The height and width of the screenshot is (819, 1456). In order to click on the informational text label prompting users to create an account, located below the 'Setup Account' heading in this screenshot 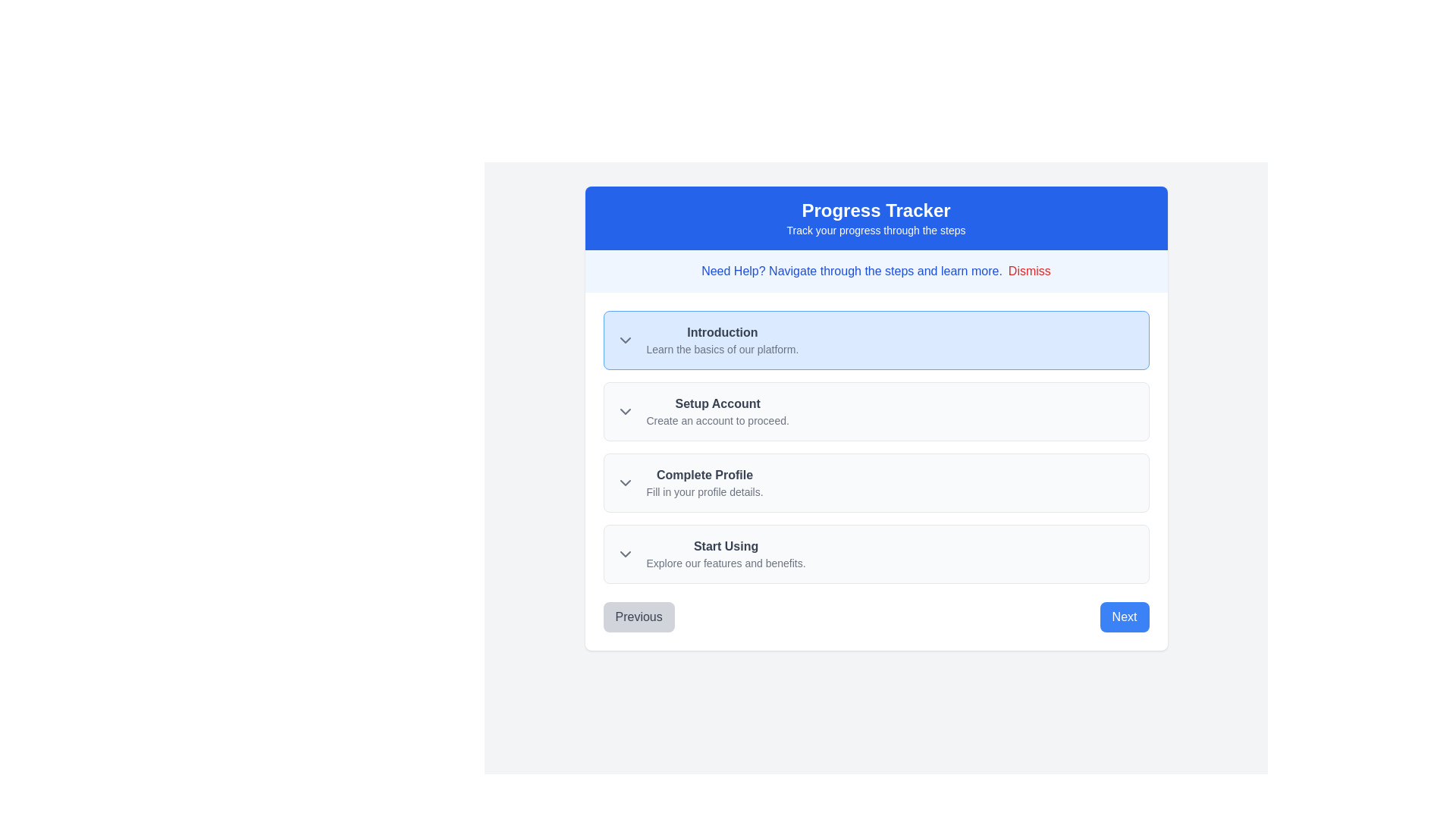, I will do `click(717, 421)`.